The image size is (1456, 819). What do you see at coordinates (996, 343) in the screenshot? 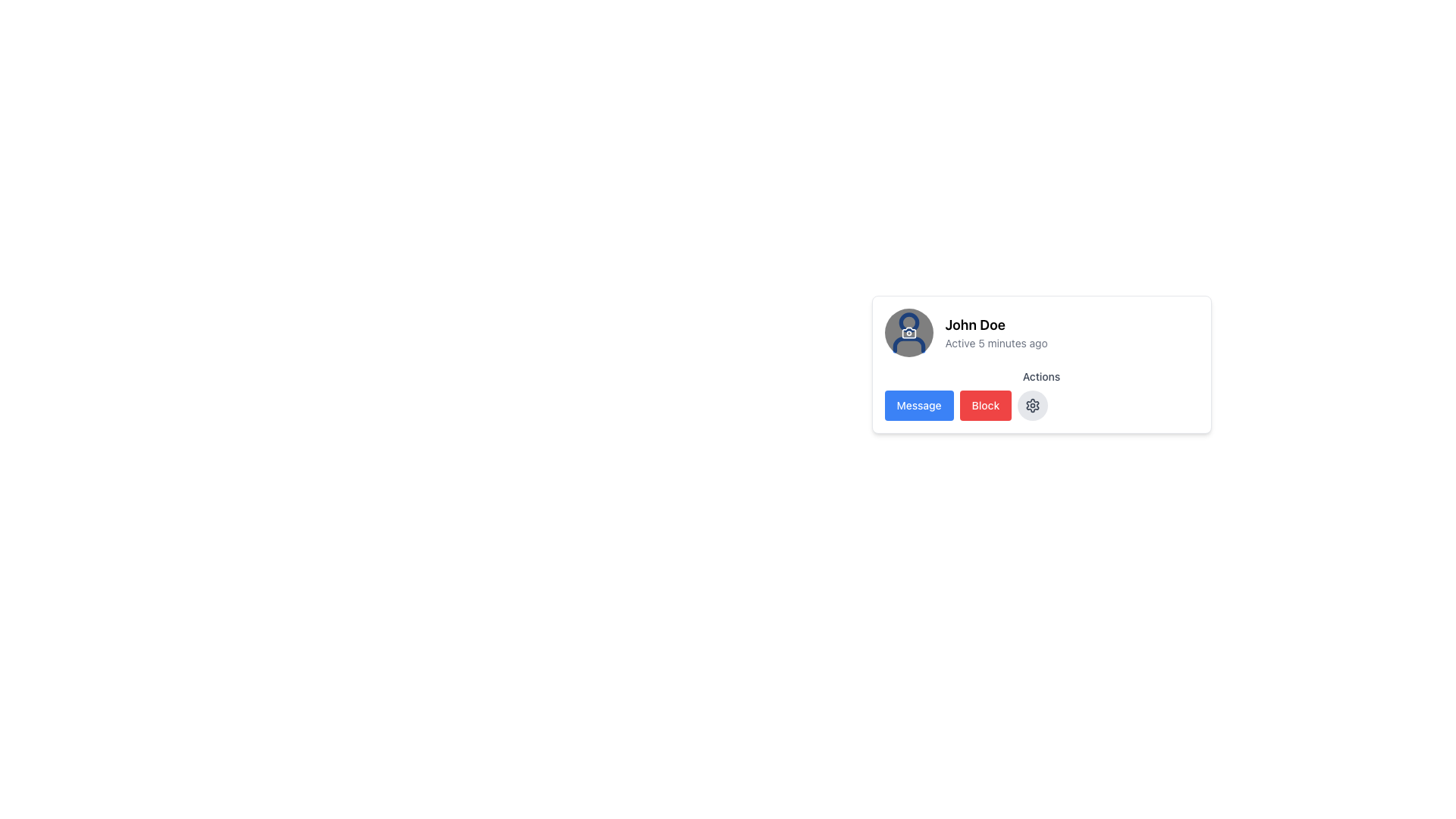
I see `the static text element indicating 'Active 5 minutes ago', which is styled in a smaller font and lighter gray color, located directly below 'John Doe'` at bounding box center [996, 343].